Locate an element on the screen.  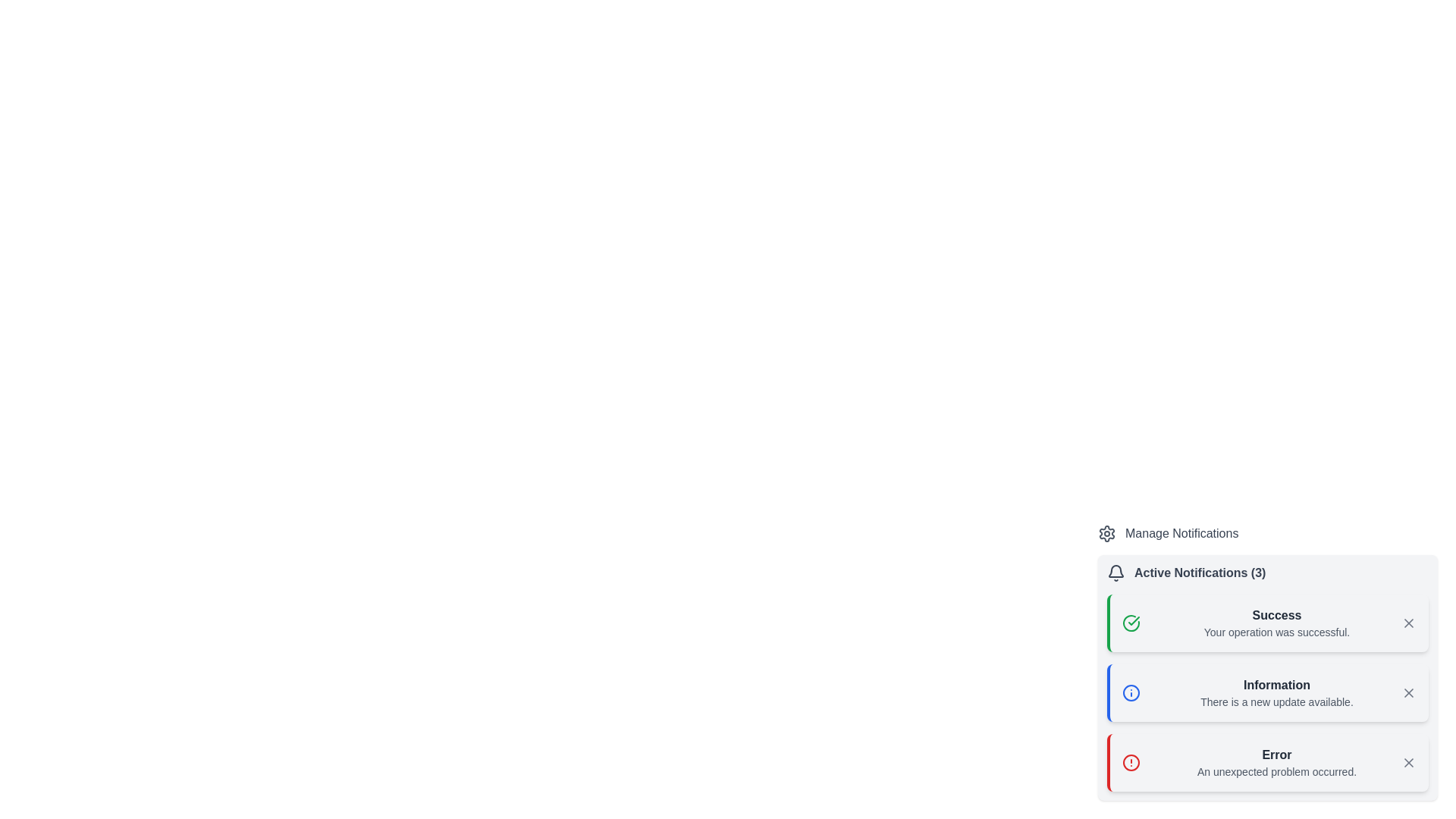
text content of the first notification entry located within the notification component, positioned above the close button and adjacent to the green success icon is located at coordinates (1276, 623).